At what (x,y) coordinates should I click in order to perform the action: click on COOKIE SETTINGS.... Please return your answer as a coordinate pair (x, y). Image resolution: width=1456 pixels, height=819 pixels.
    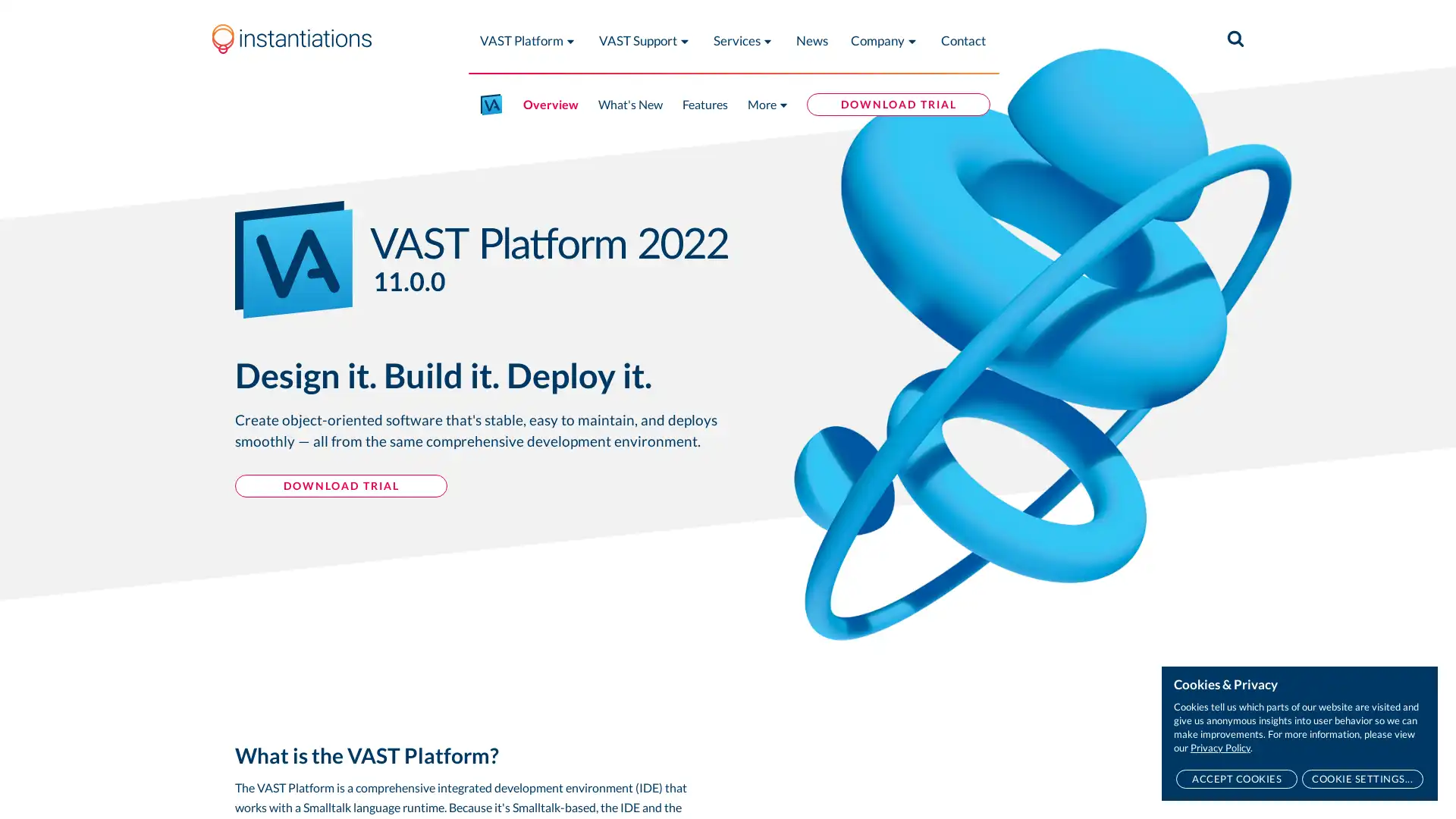
    Looking at the image, I should click on (1362, 779).